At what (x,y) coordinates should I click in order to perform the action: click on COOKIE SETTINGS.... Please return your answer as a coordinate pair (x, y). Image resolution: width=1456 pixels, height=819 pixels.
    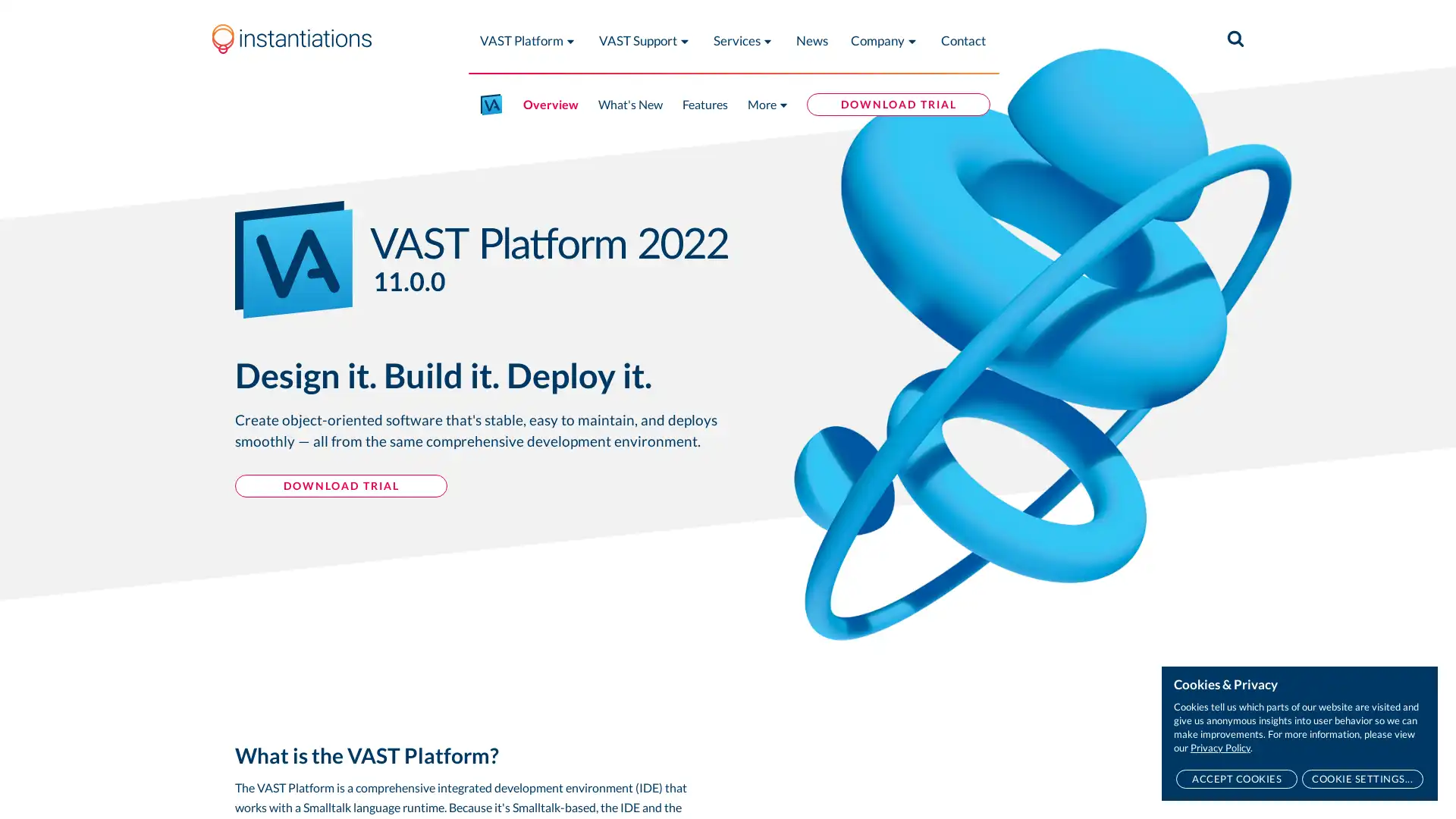
    Looking at the image, I should click on (1362, 779).